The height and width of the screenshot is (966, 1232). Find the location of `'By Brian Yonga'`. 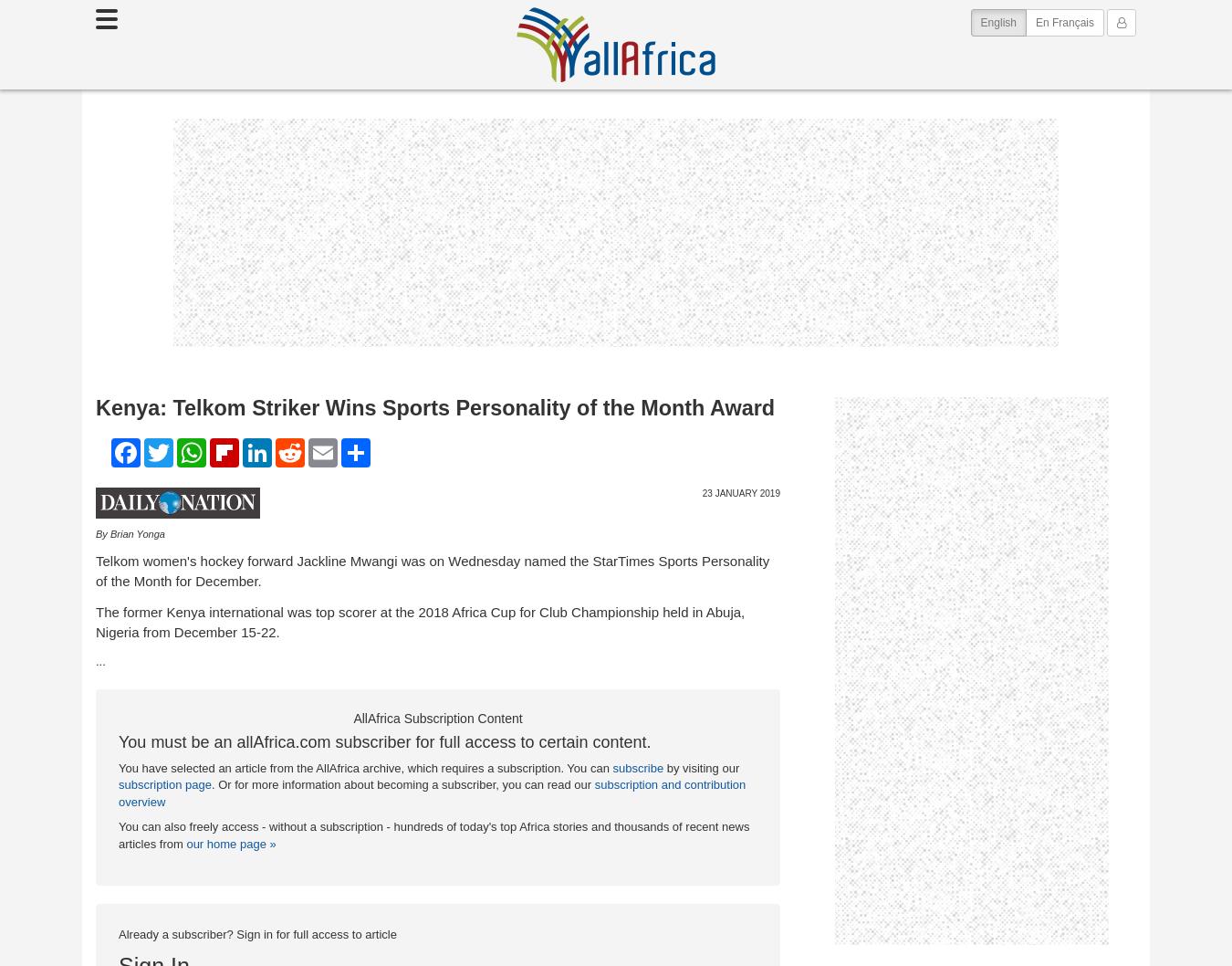

'By Brian Yonga' is located at coordinates (130, 533).